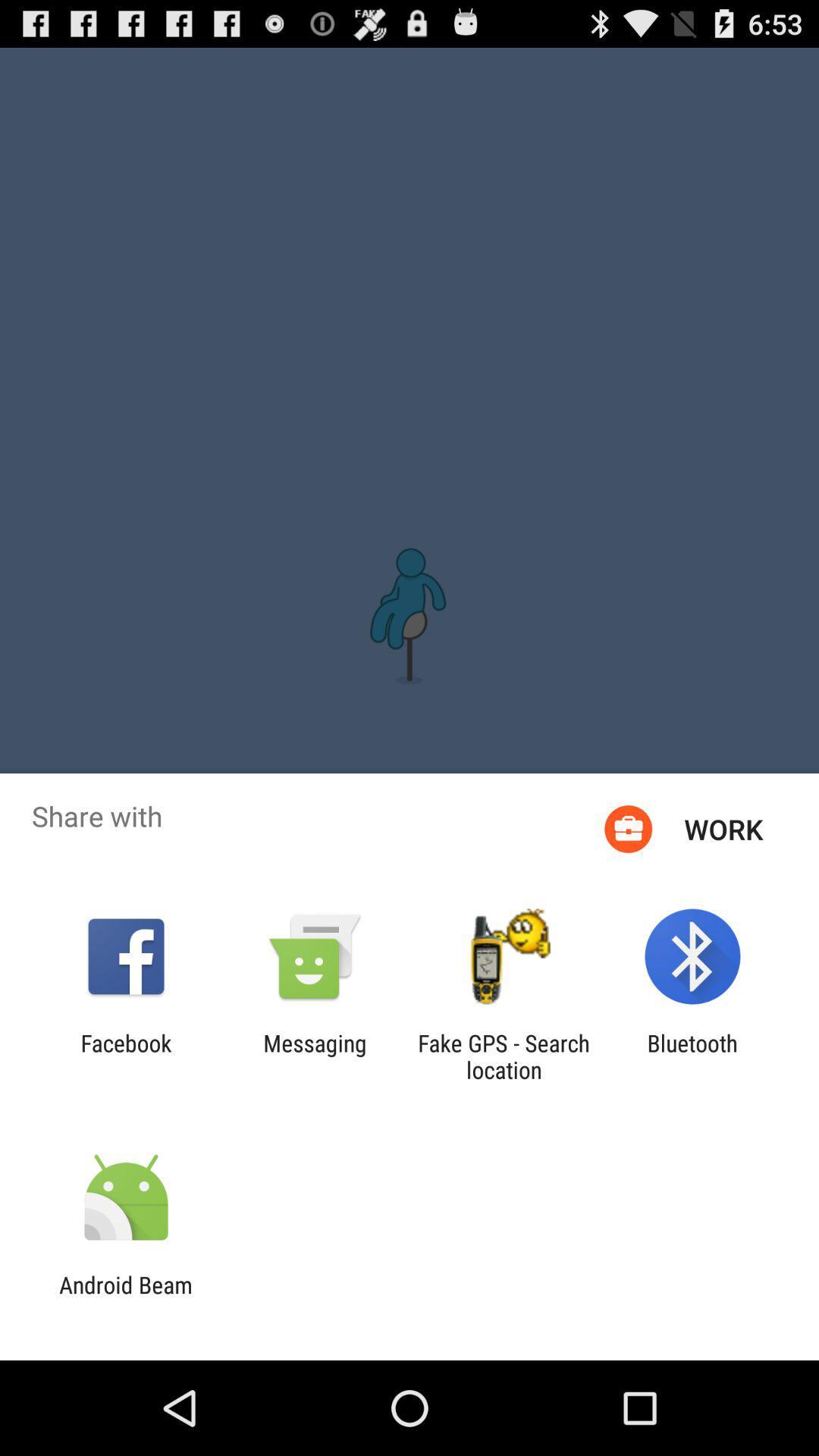 The width and height of the screenshot is (819, 1456). What do you see at coordinates (314, 1056) in the screenshot?
I see `the messaging icon` at bounding box center [314, 1056].